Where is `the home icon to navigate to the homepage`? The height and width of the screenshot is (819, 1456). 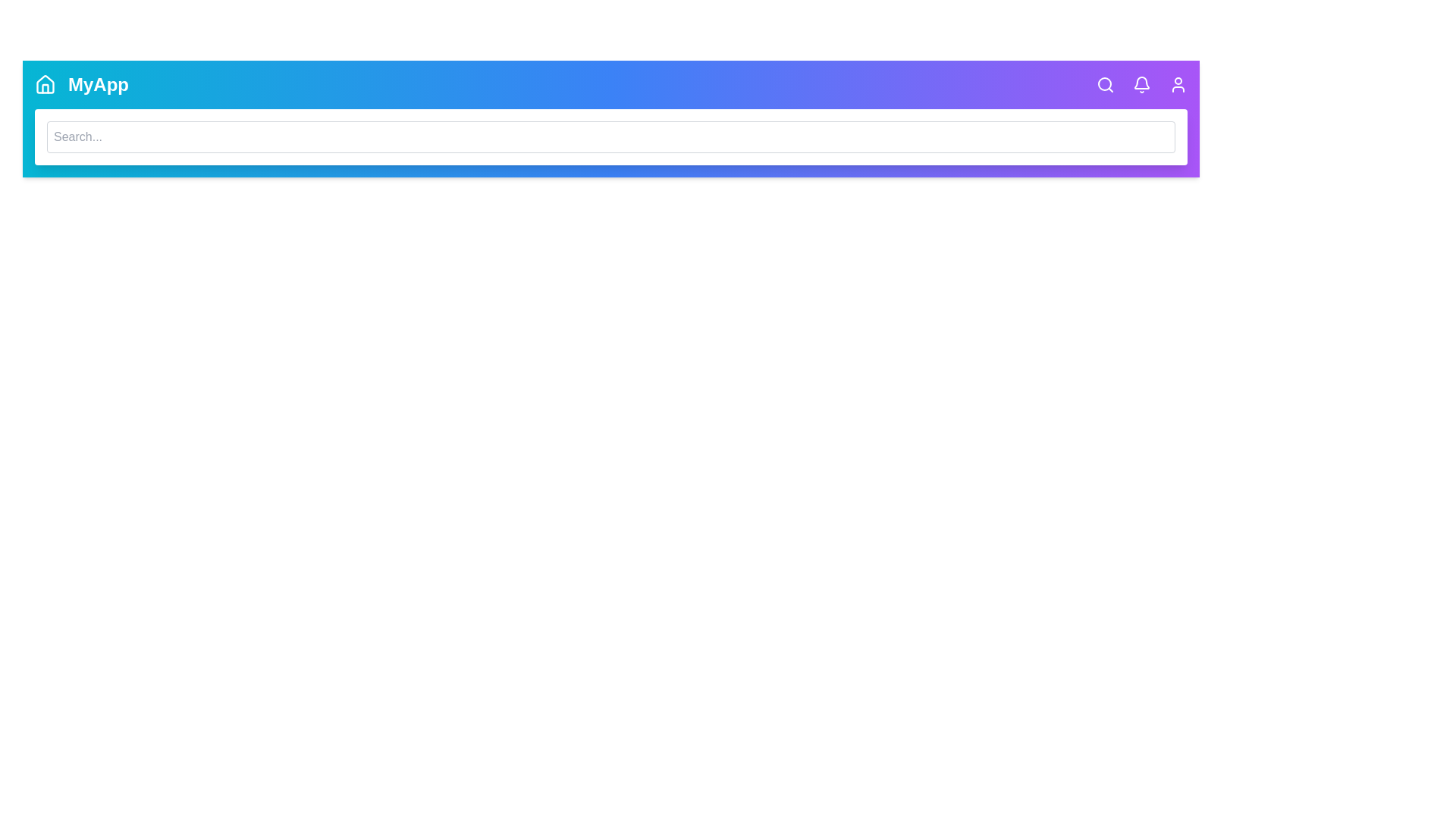 the home icon to navigate to the homepage is located at coordinates (45, 84).